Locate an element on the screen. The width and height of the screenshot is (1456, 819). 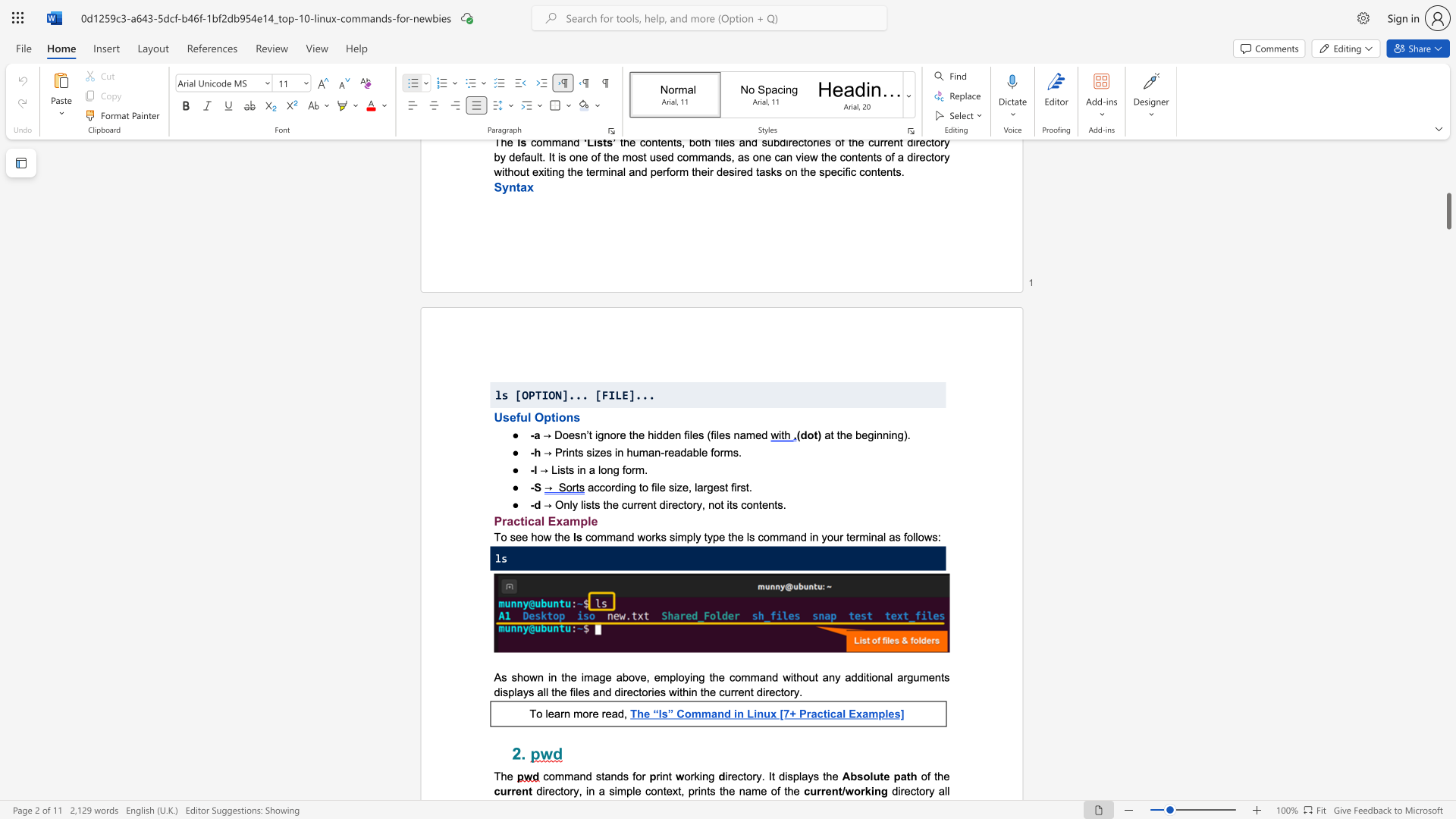
the 1th character "t" in the text is located at coordinates (522, 520).